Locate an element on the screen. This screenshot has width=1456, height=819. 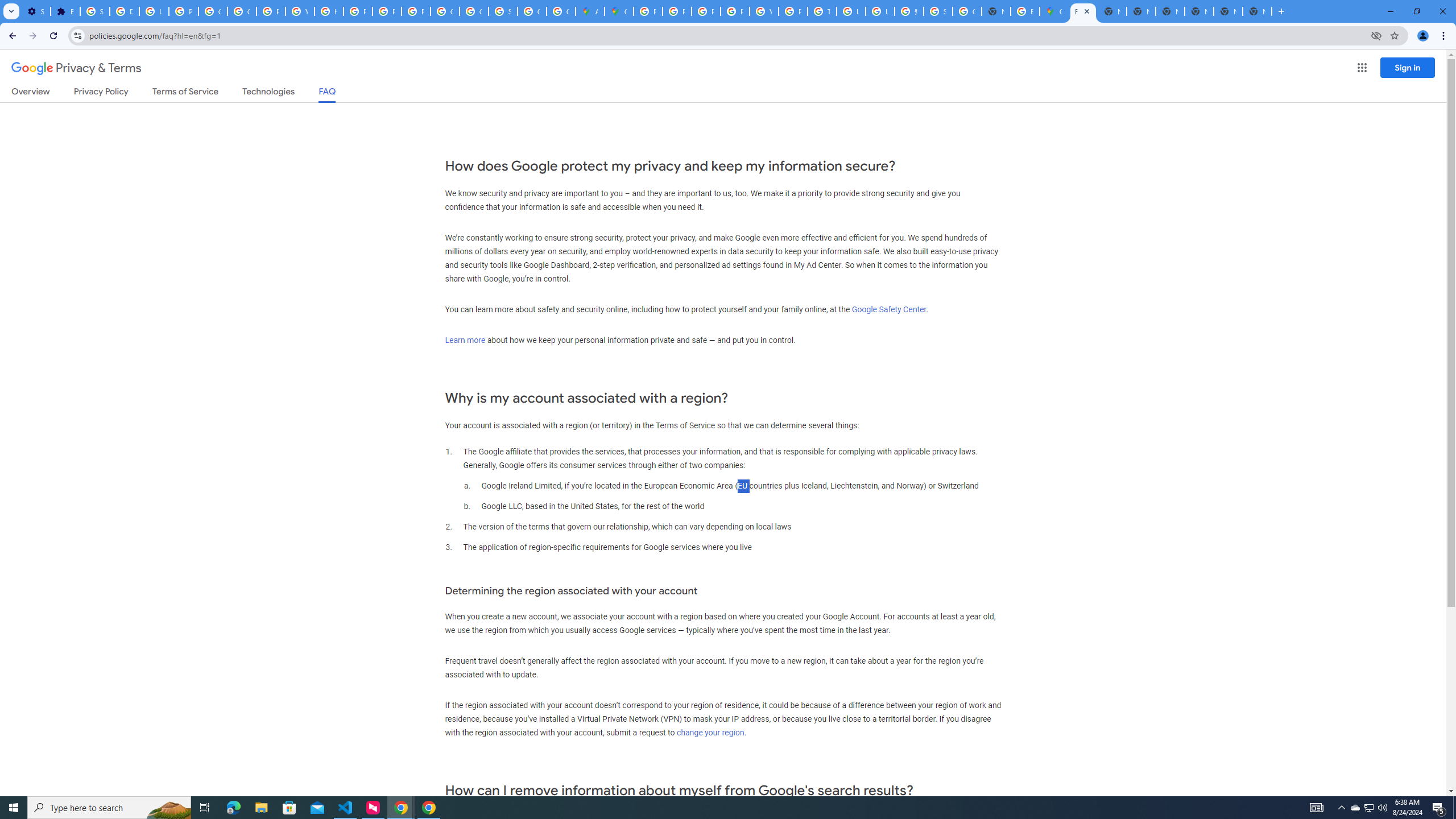
'change your region.' is located at coordinates (711, 732).